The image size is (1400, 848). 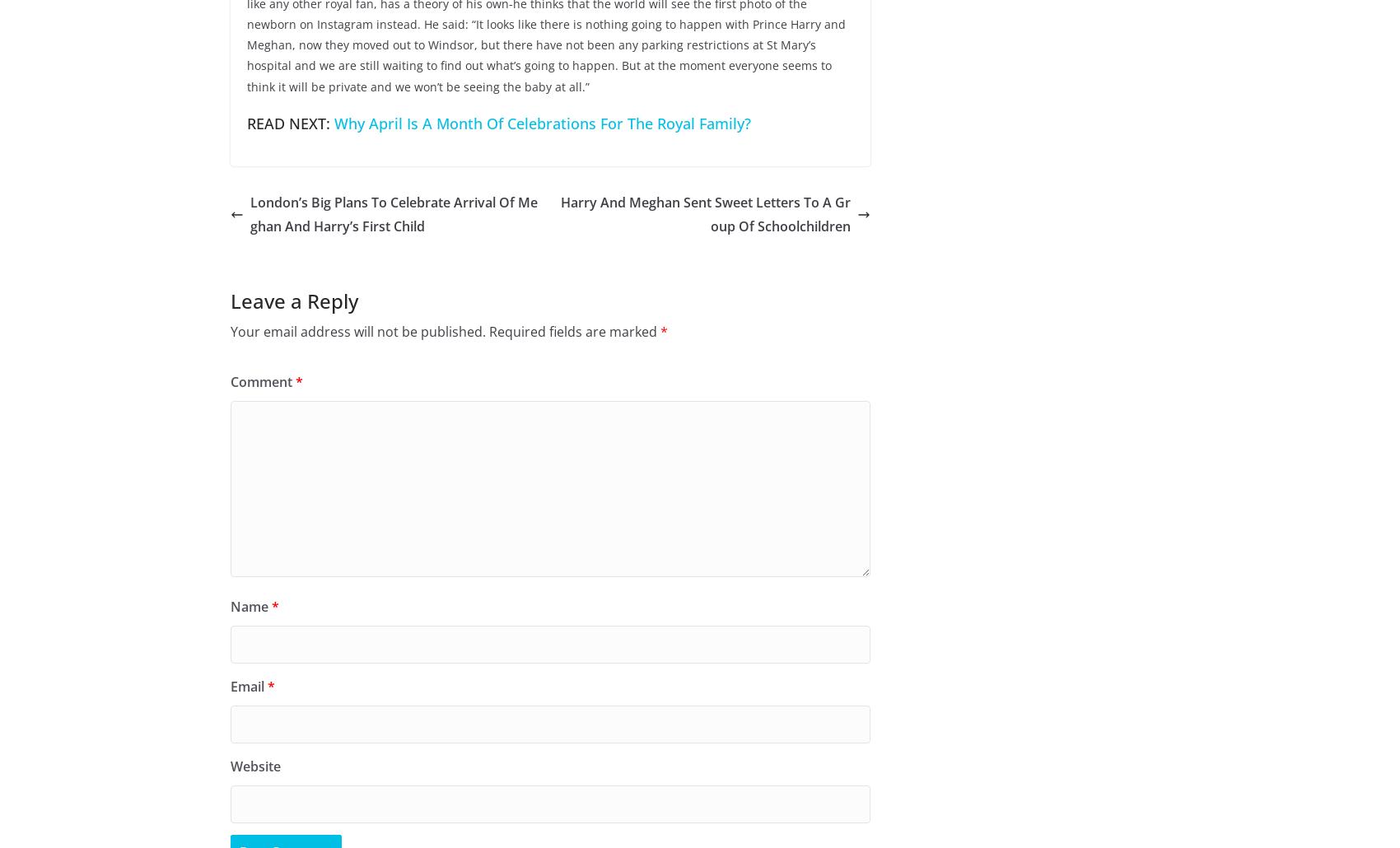 What do you see at coordinates (575, 332) in the screenshot?
I see `'Required fields are marked'` at bounding box center [575, 332].